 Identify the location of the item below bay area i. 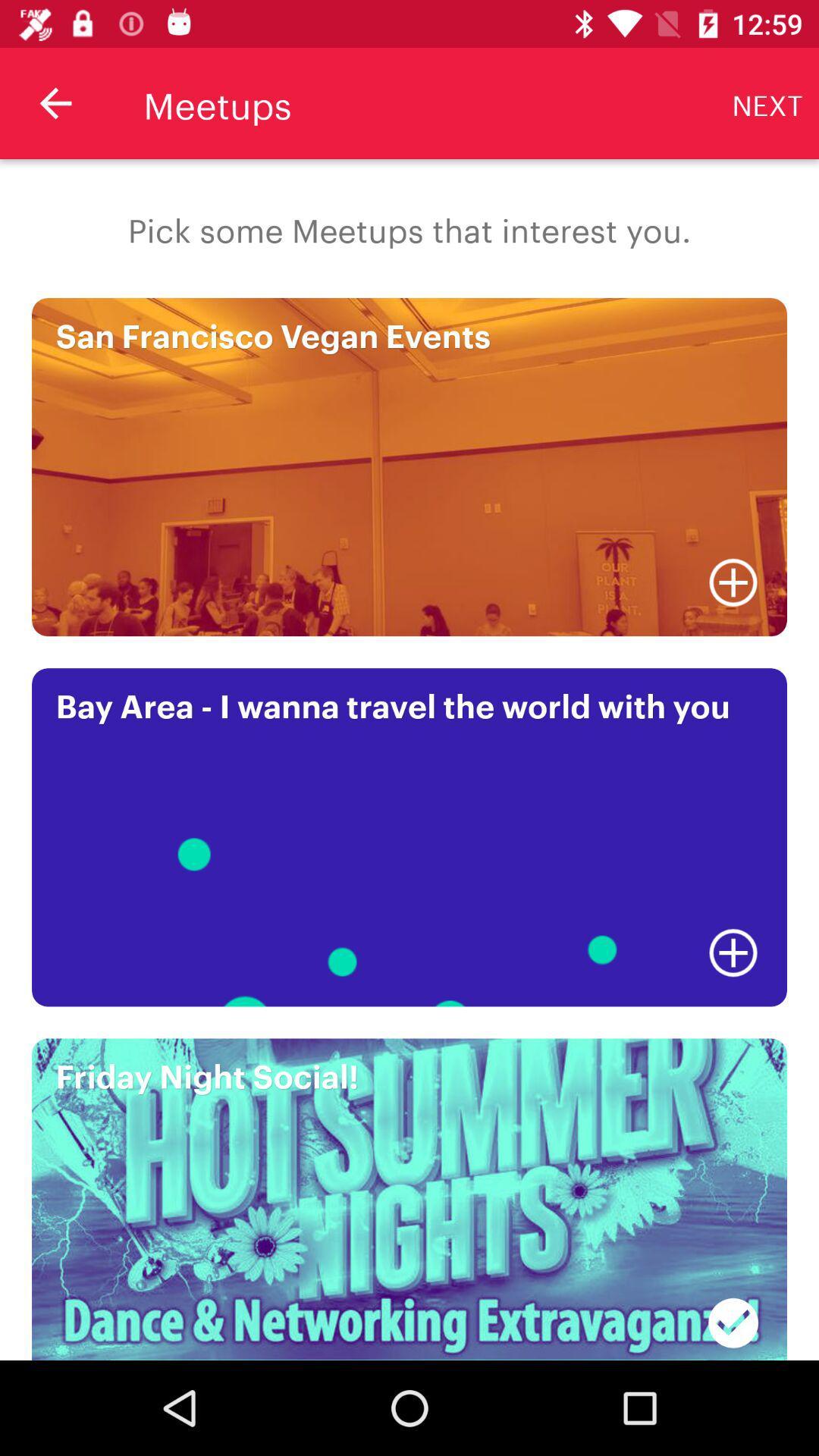
(733, 952).